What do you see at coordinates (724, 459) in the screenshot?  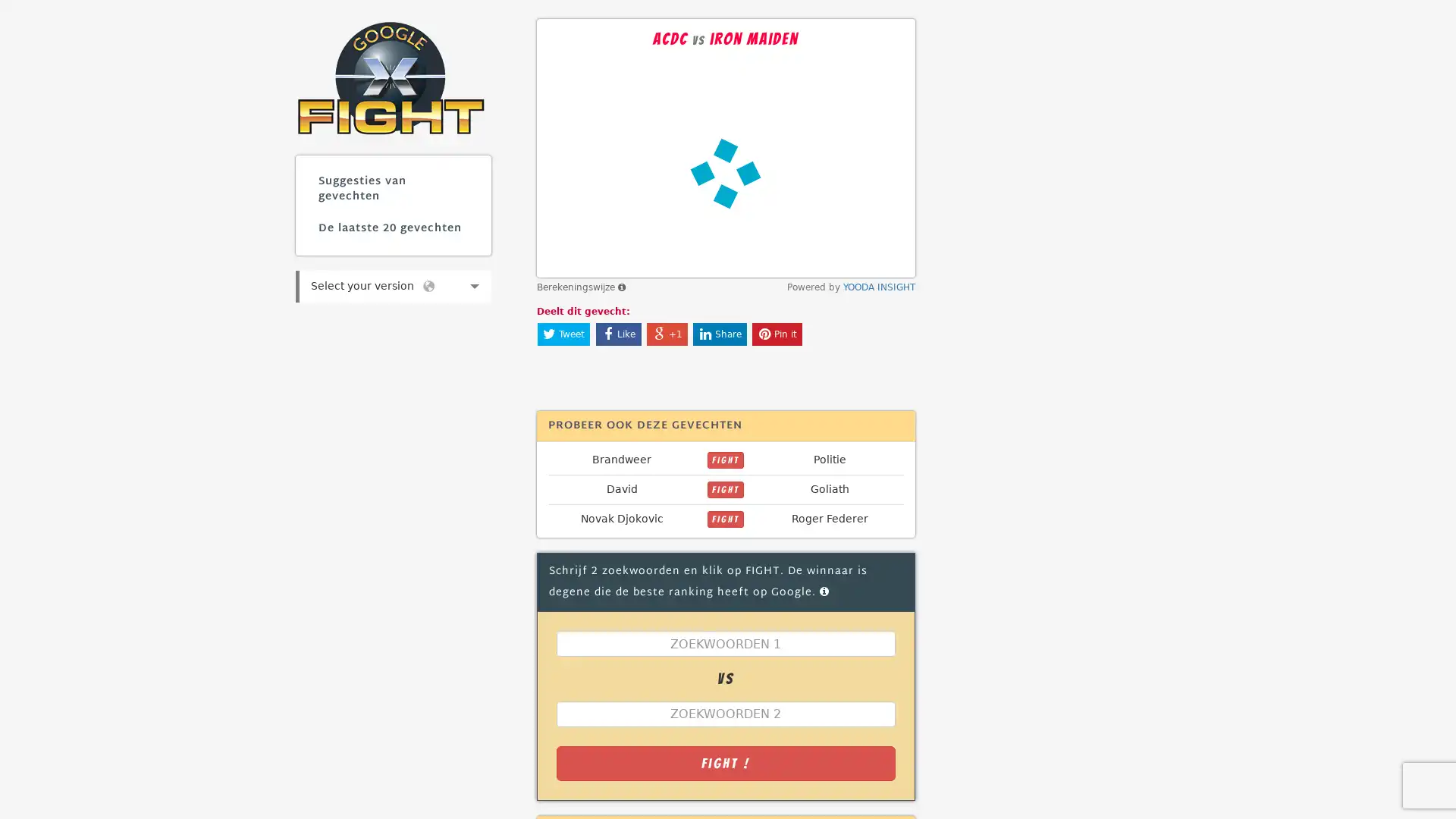 I see `FIGHT` at bounding box center [724, 459].